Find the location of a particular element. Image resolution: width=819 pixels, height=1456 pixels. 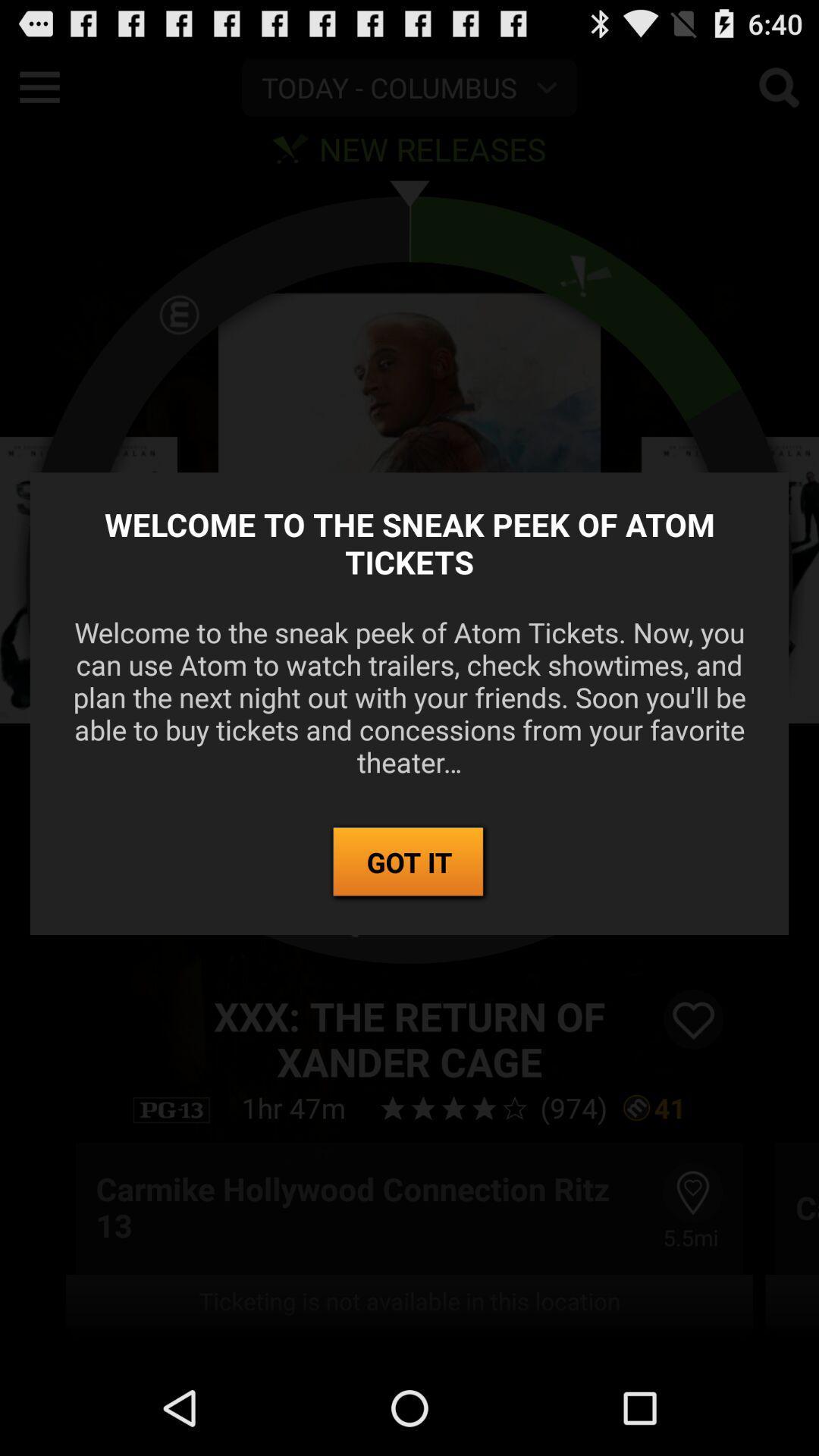

the got it item is located at coordinates (409, 863).